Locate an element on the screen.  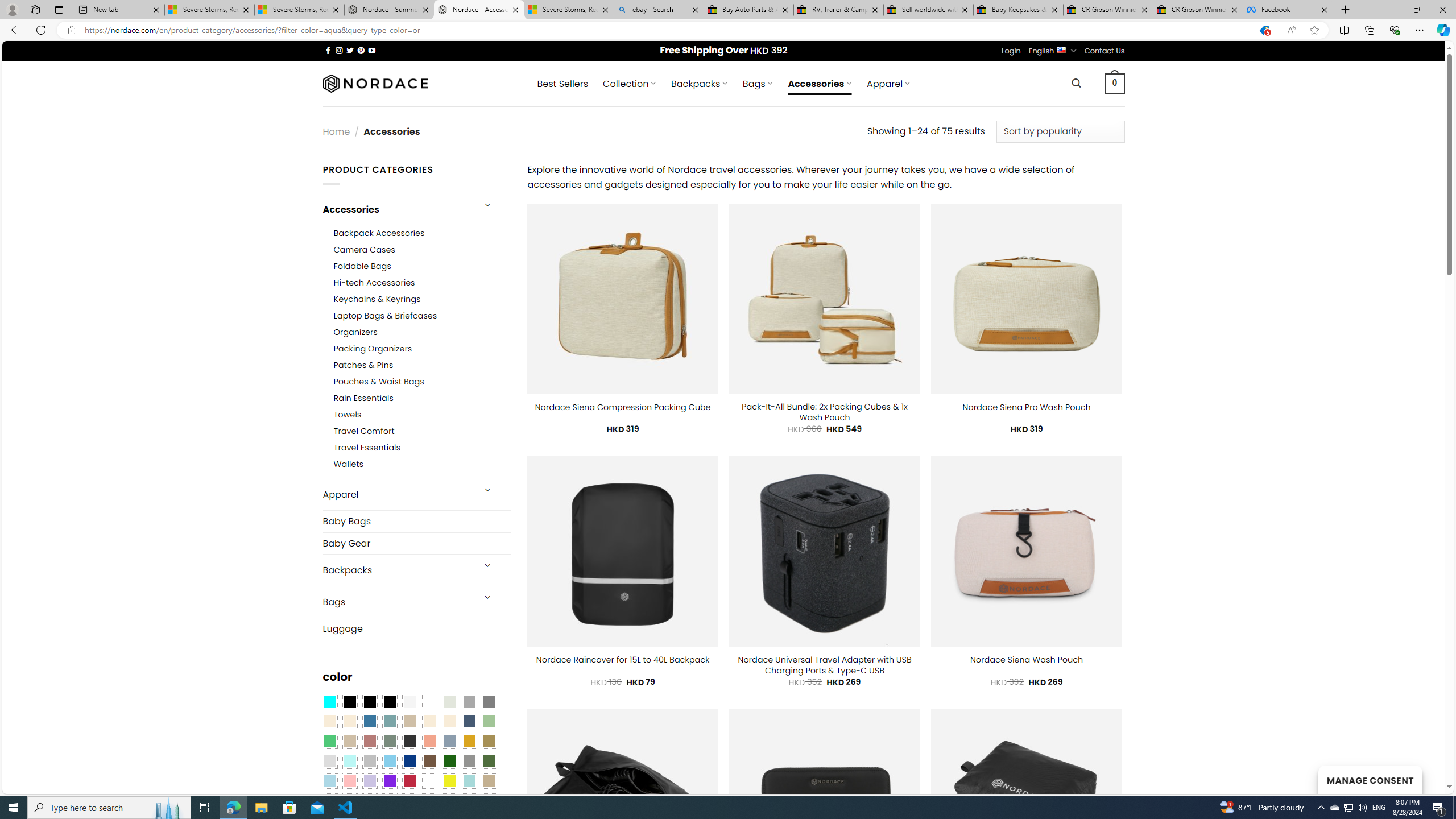
'All Black' is located at coordinates (349, 701).